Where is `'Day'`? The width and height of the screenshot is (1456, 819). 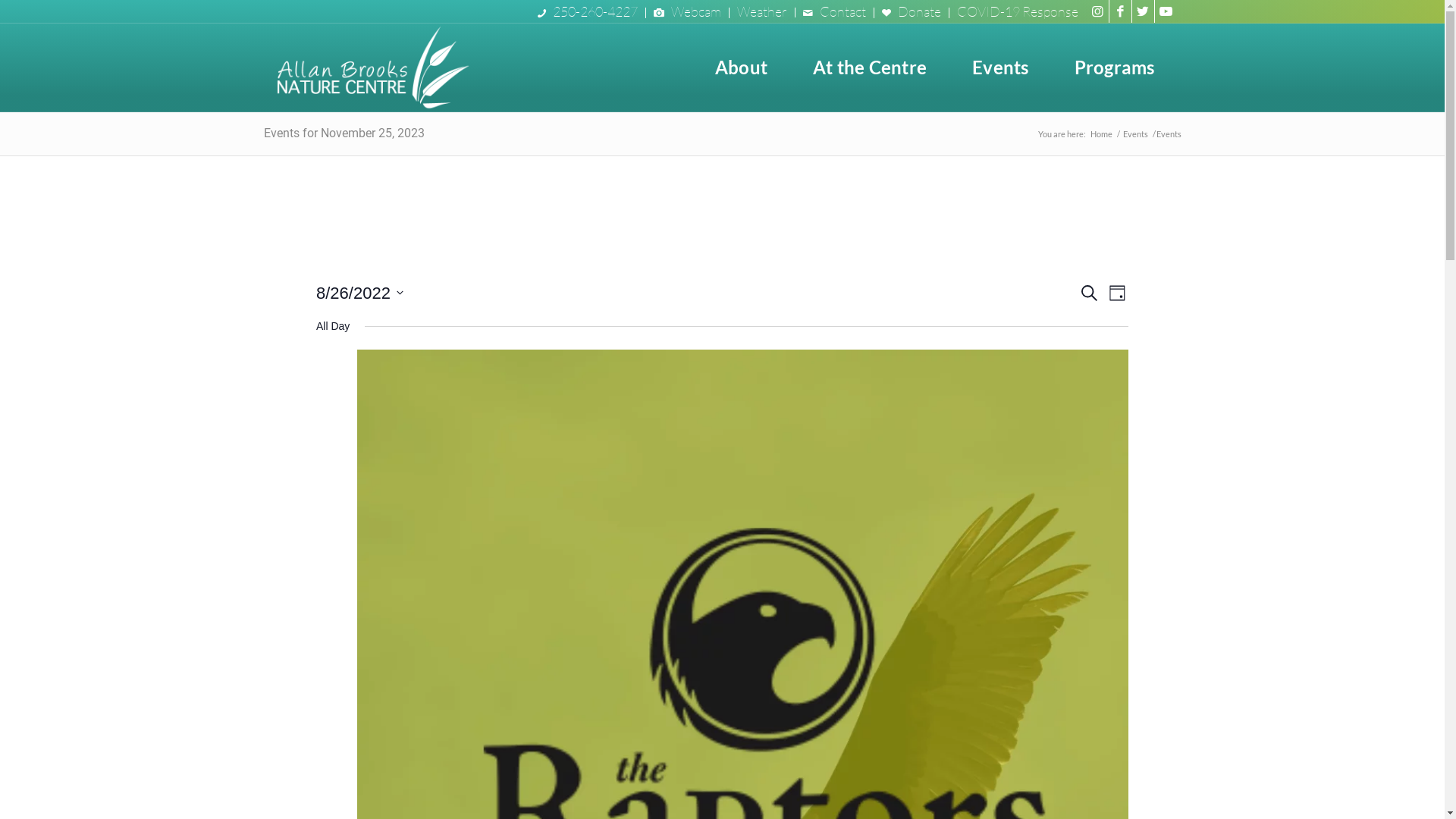 'Day' is located at coordinates (1117, 293).